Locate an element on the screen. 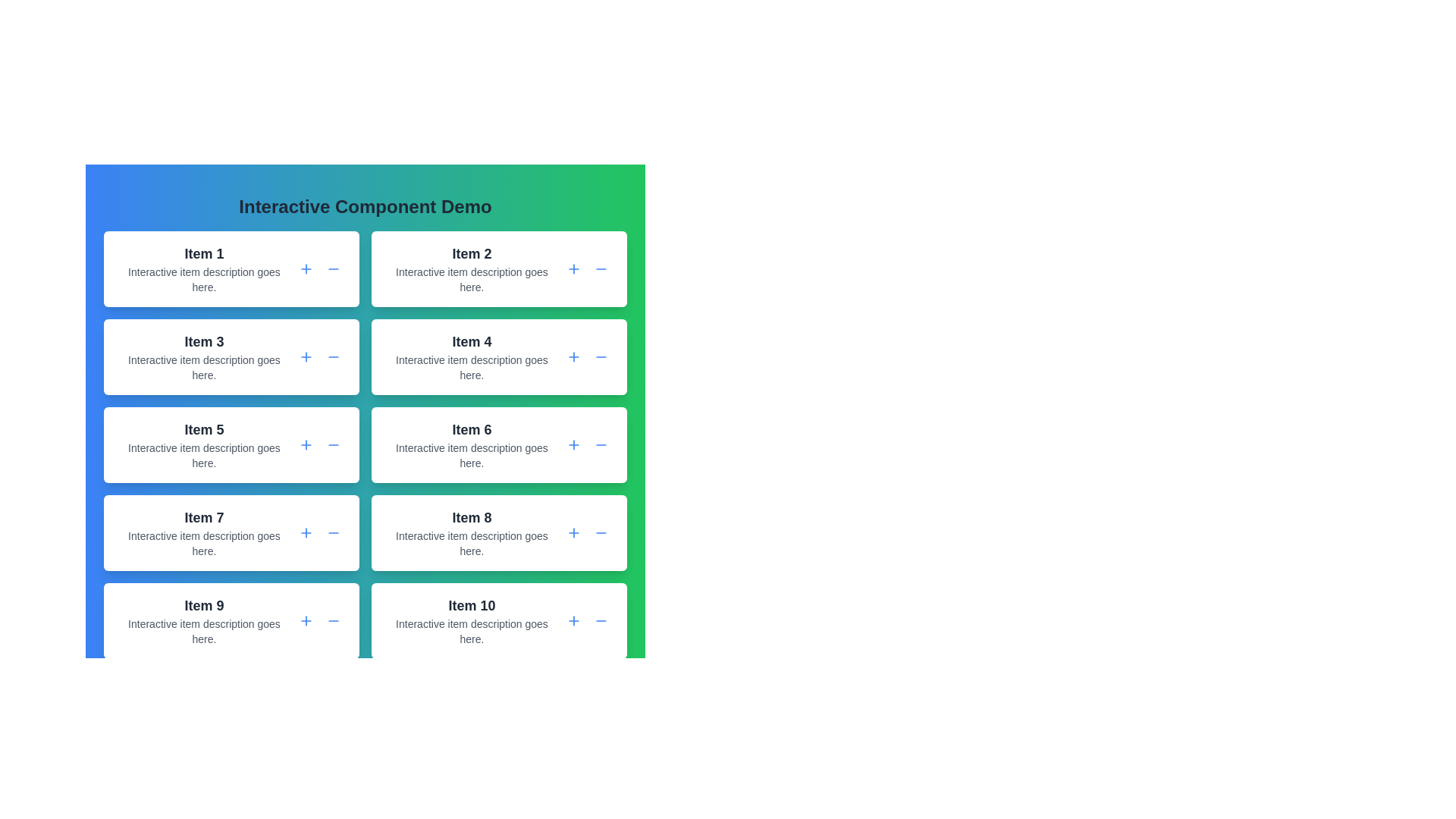 The image size is (1456, 819). the decrement button located in the lower right corner of the card labeled 'Item 3' is located at coordinates (333, 356).